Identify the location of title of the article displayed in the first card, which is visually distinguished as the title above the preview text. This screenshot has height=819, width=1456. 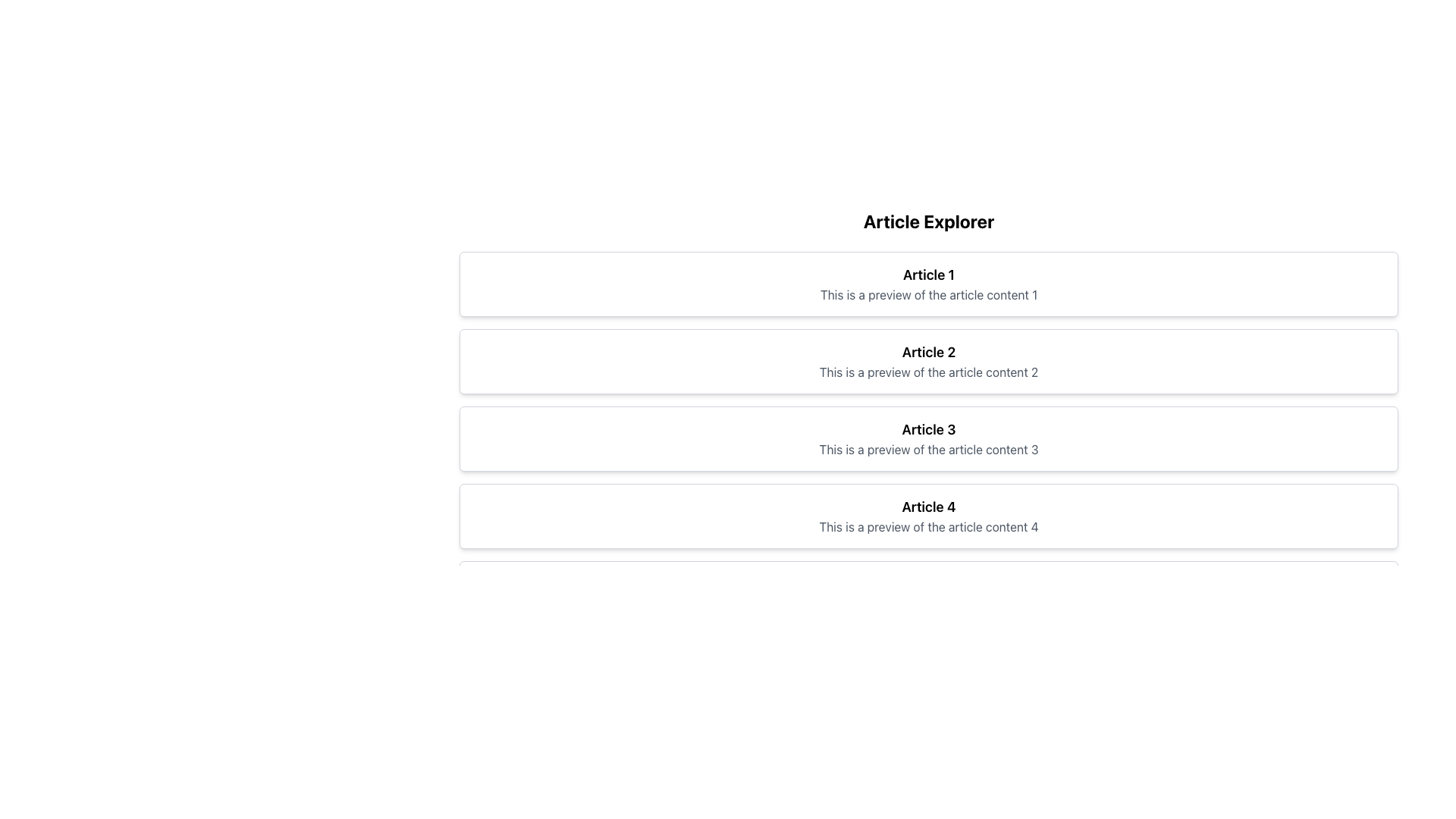
(927, 275).